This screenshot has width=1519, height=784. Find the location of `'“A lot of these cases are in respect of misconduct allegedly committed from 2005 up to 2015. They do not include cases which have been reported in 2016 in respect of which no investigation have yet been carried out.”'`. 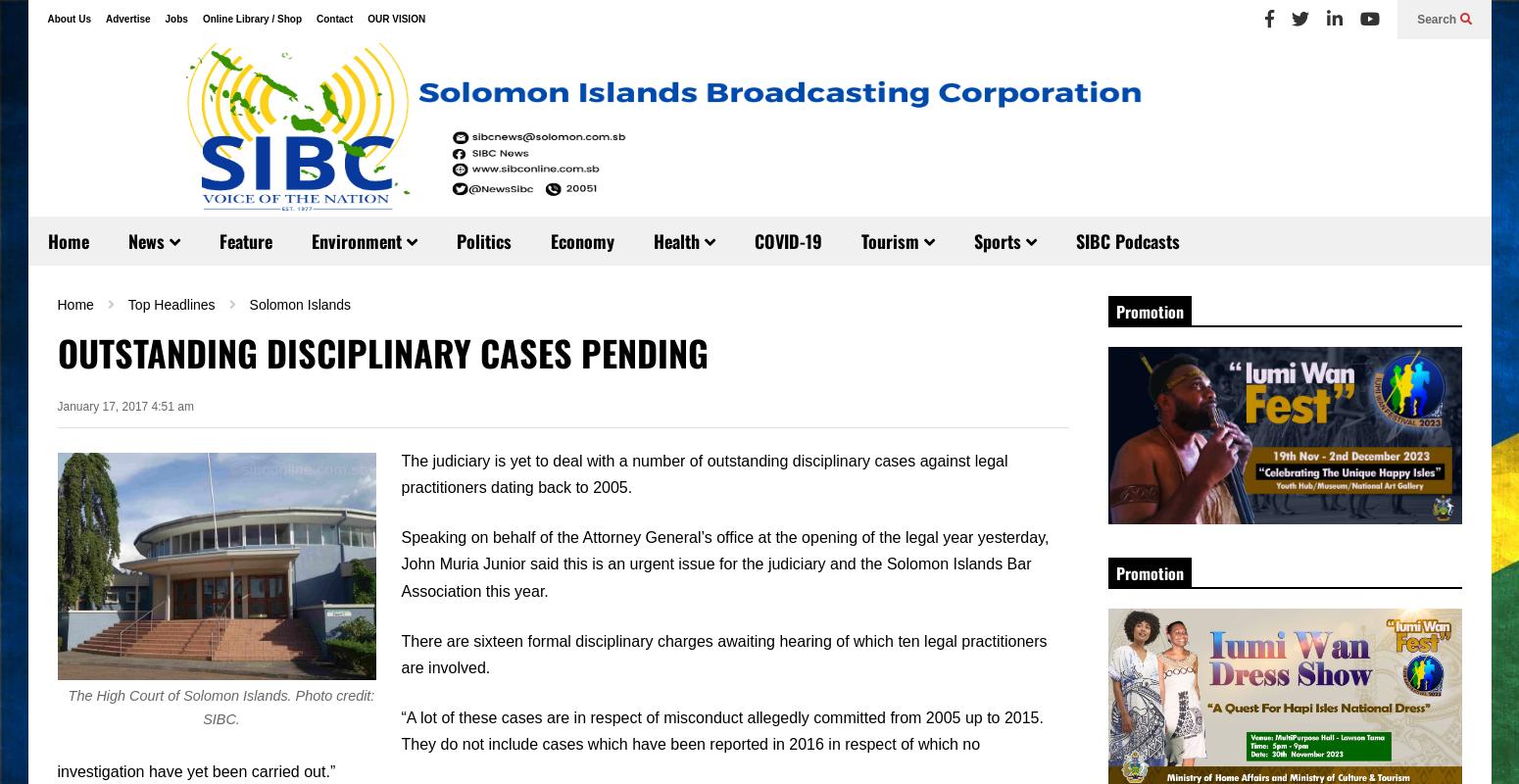

'“A lot of these cases are in respect of misconduct allegedly committed from 2005 up to 2015. They do not include cases which have been reported in 2016 in respect of which no investigation have yet been carried out.”' is located at coordinates (549, 744).